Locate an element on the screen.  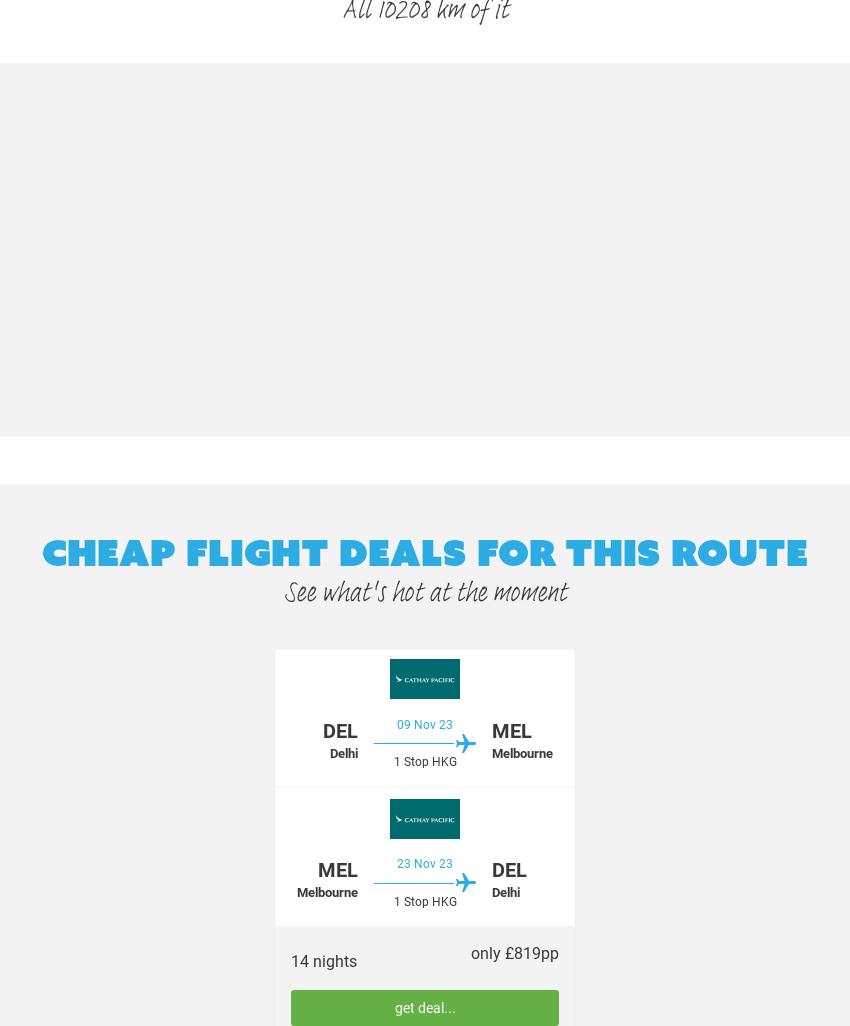
'only' is located at coordinates (486, 953).